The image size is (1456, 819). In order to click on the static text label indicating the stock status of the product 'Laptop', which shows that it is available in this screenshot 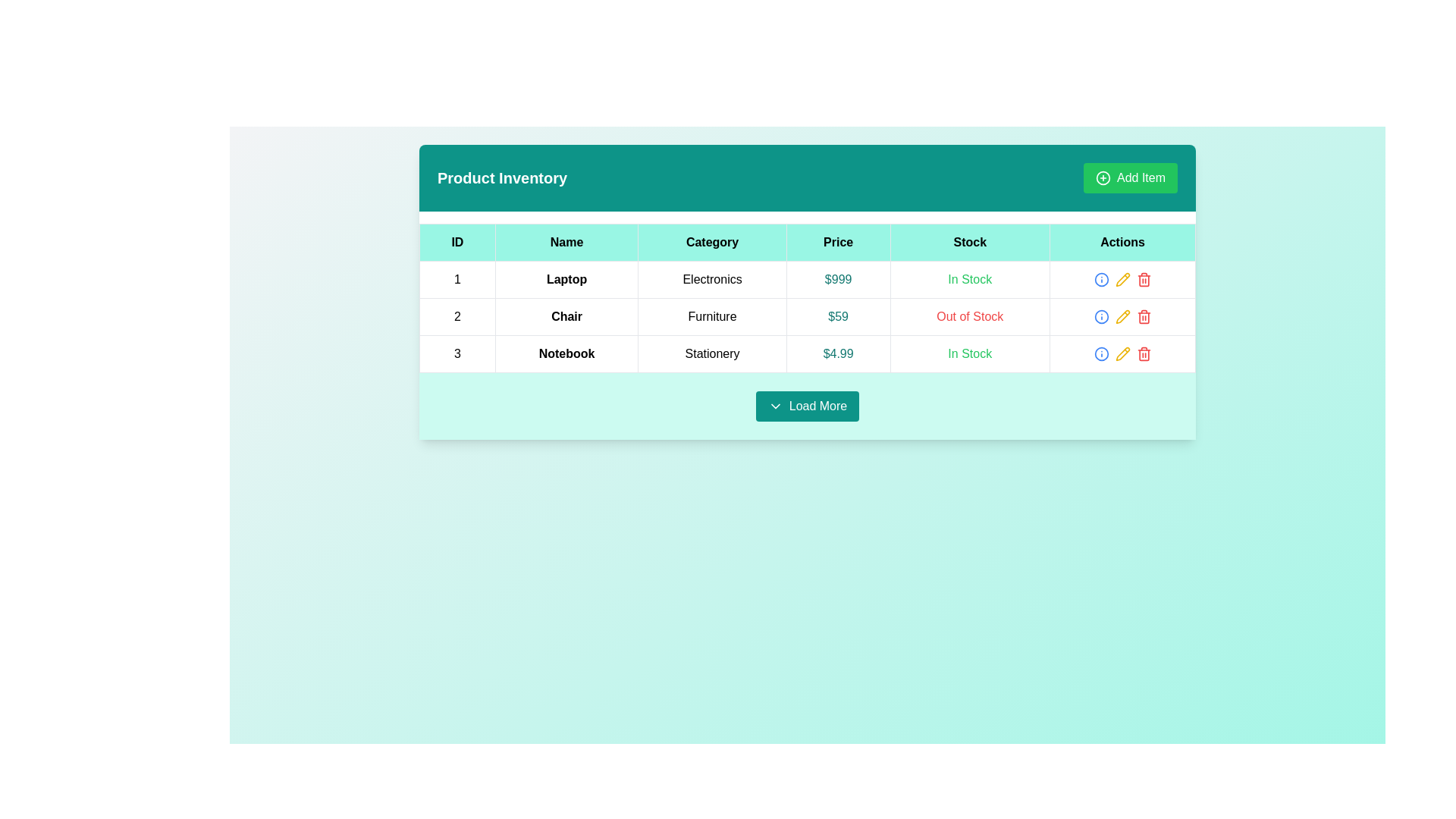, I will do `click(969, 279)`.